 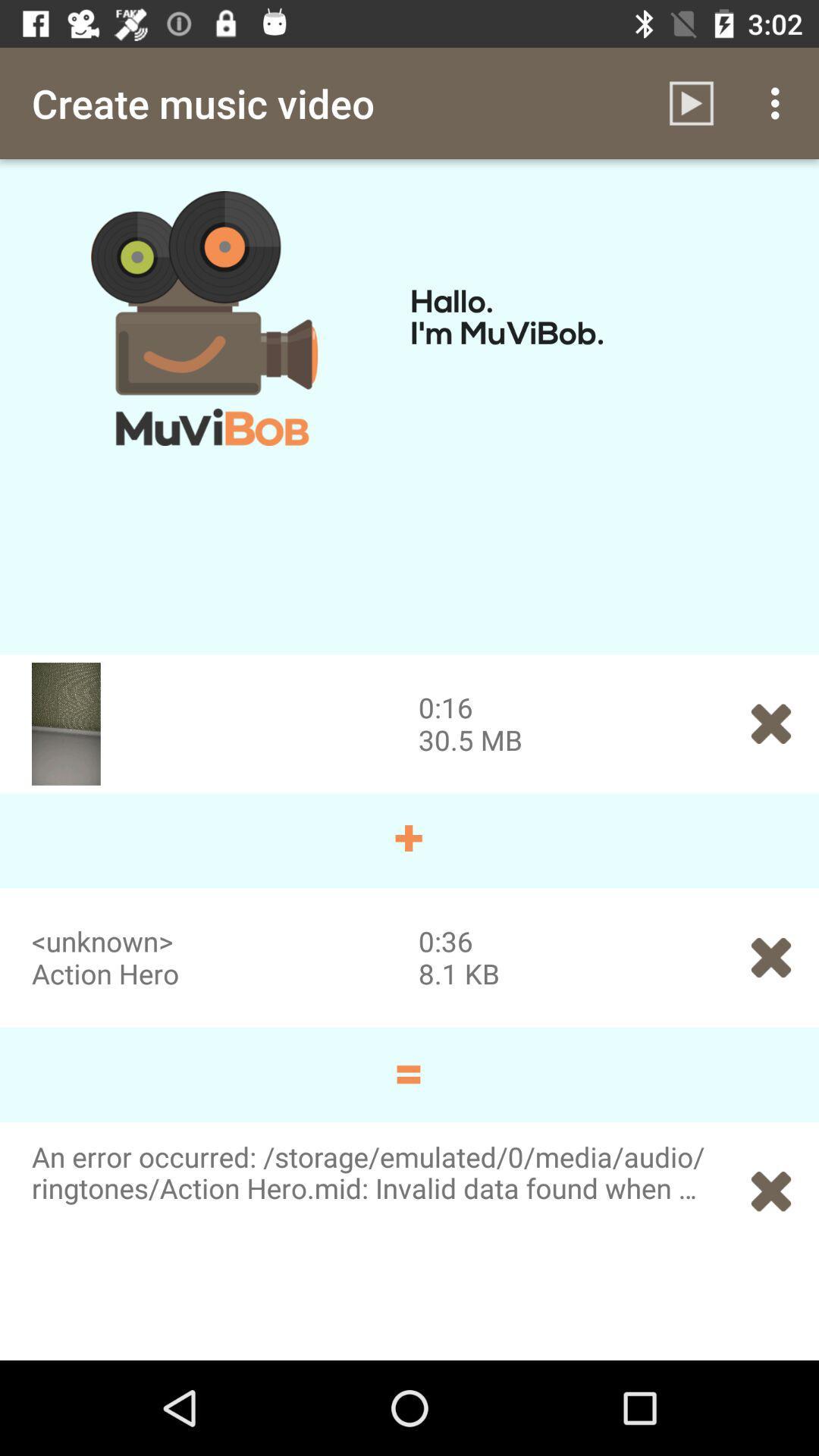 I want to click on the item next to create music video app, so click(x=691, y=102).